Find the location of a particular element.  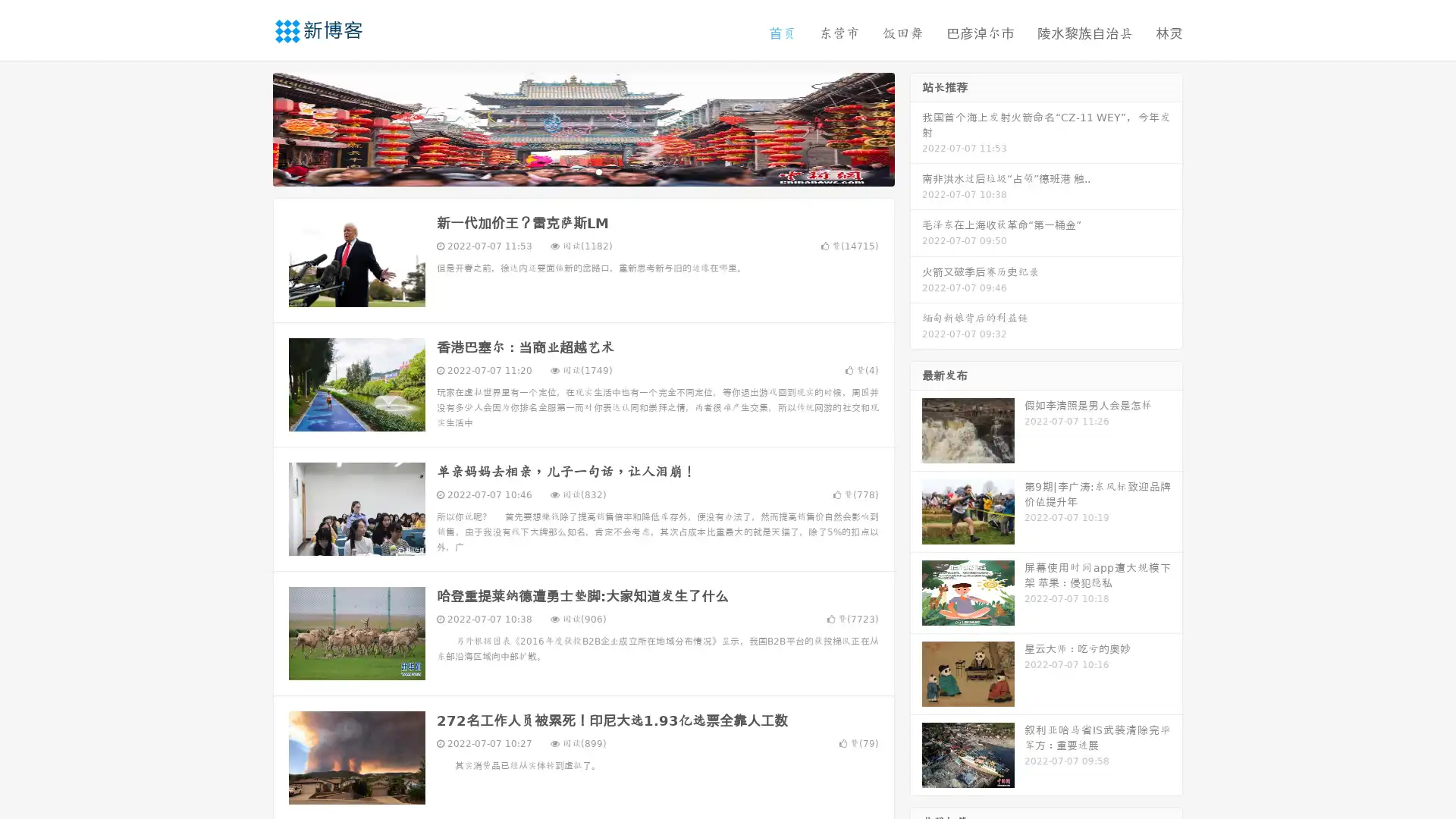

Go to slide 2 is located at coordinates (582, 171).